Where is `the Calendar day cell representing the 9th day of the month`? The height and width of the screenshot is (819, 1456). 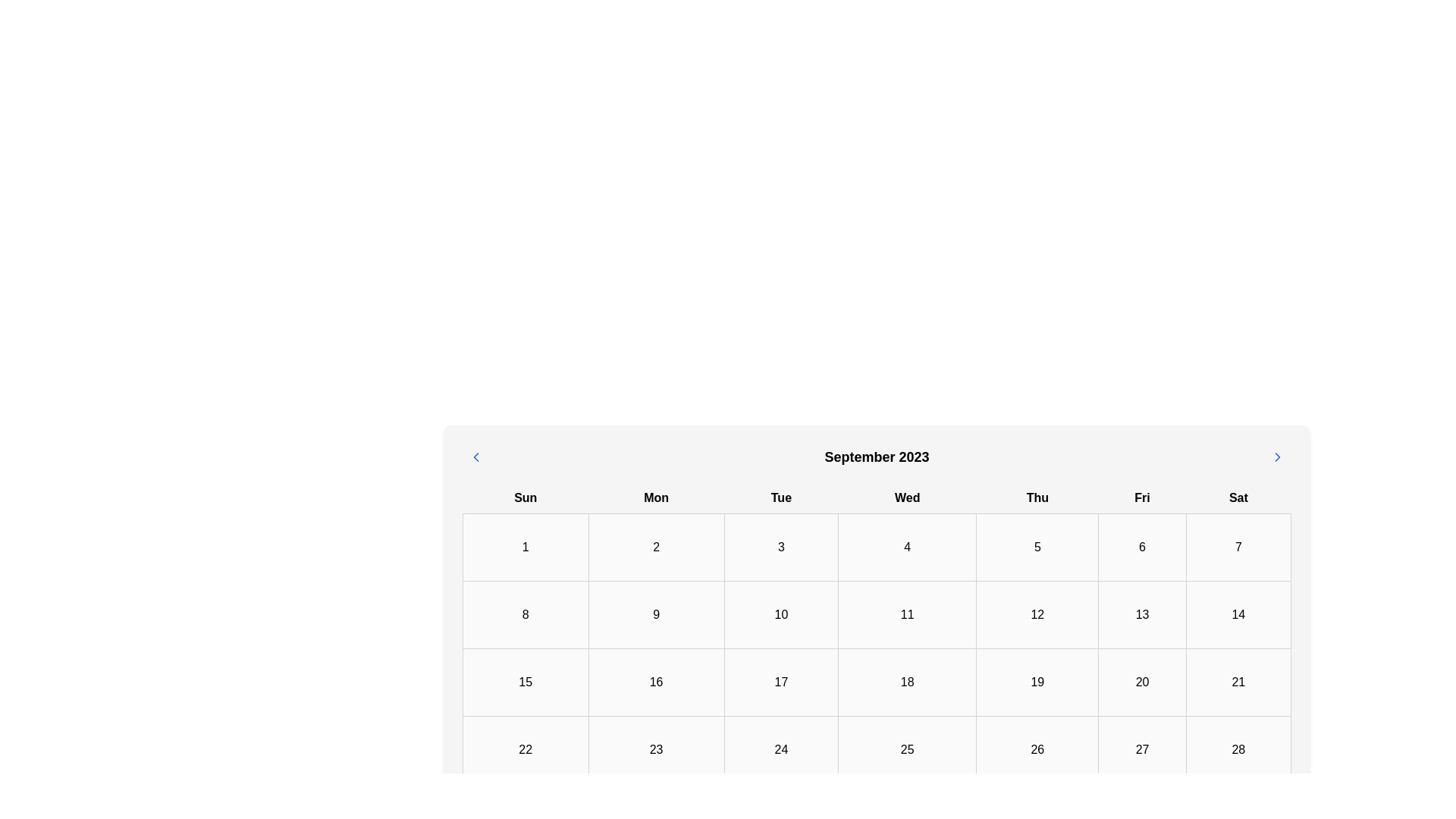
the Calendar day cell representing the 9th day of the month is located at coordinates (656, 614).